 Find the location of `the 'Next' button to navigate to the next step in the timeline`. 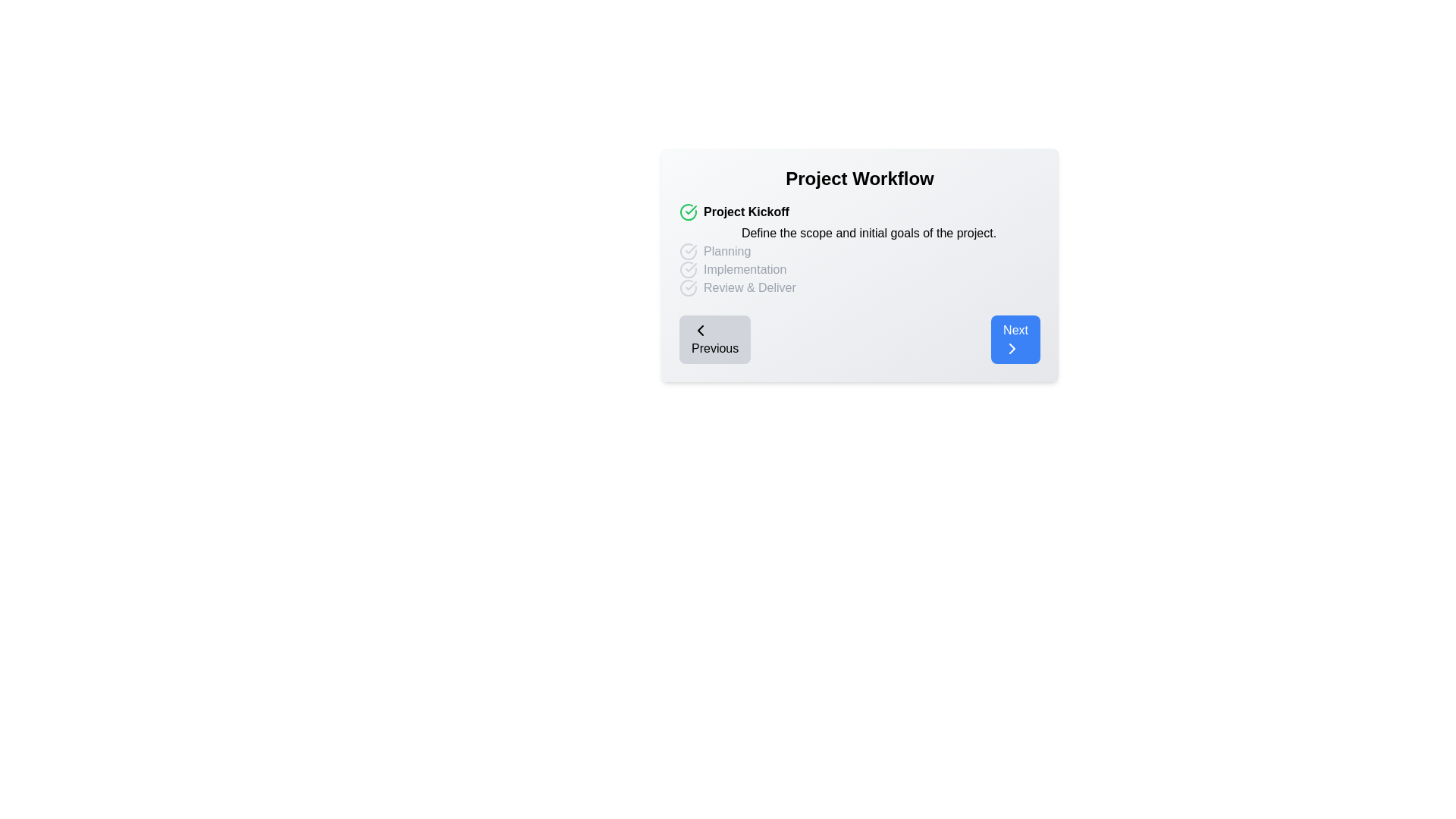

the 'Next' button to navigate to the next step in the timeline is located at coordinates (1015, 338).